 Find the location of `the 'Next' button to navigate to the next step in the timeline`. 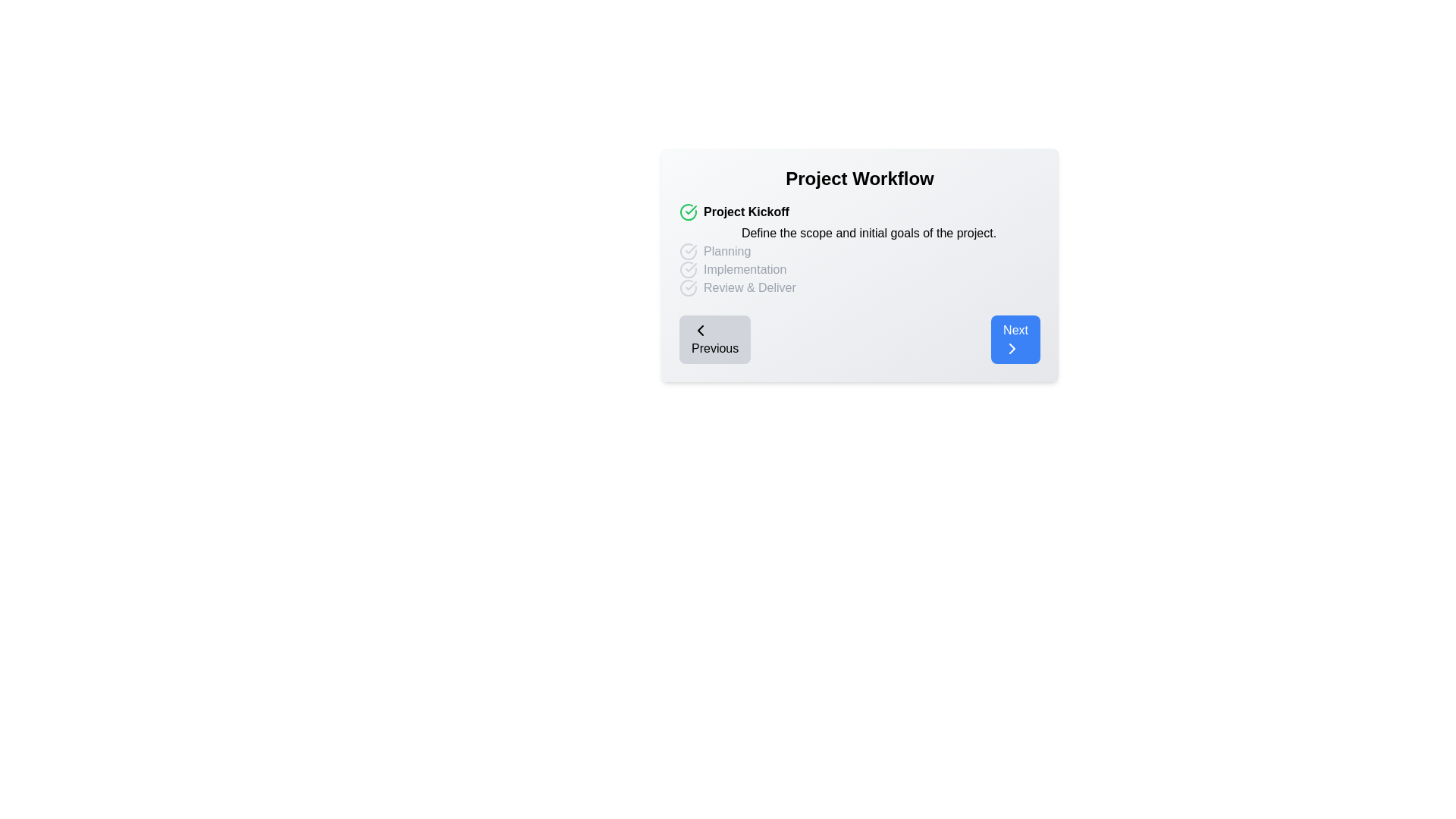

the 'Next' button to navigate to the next step in the timeline is located at coordinates (1015, 338).